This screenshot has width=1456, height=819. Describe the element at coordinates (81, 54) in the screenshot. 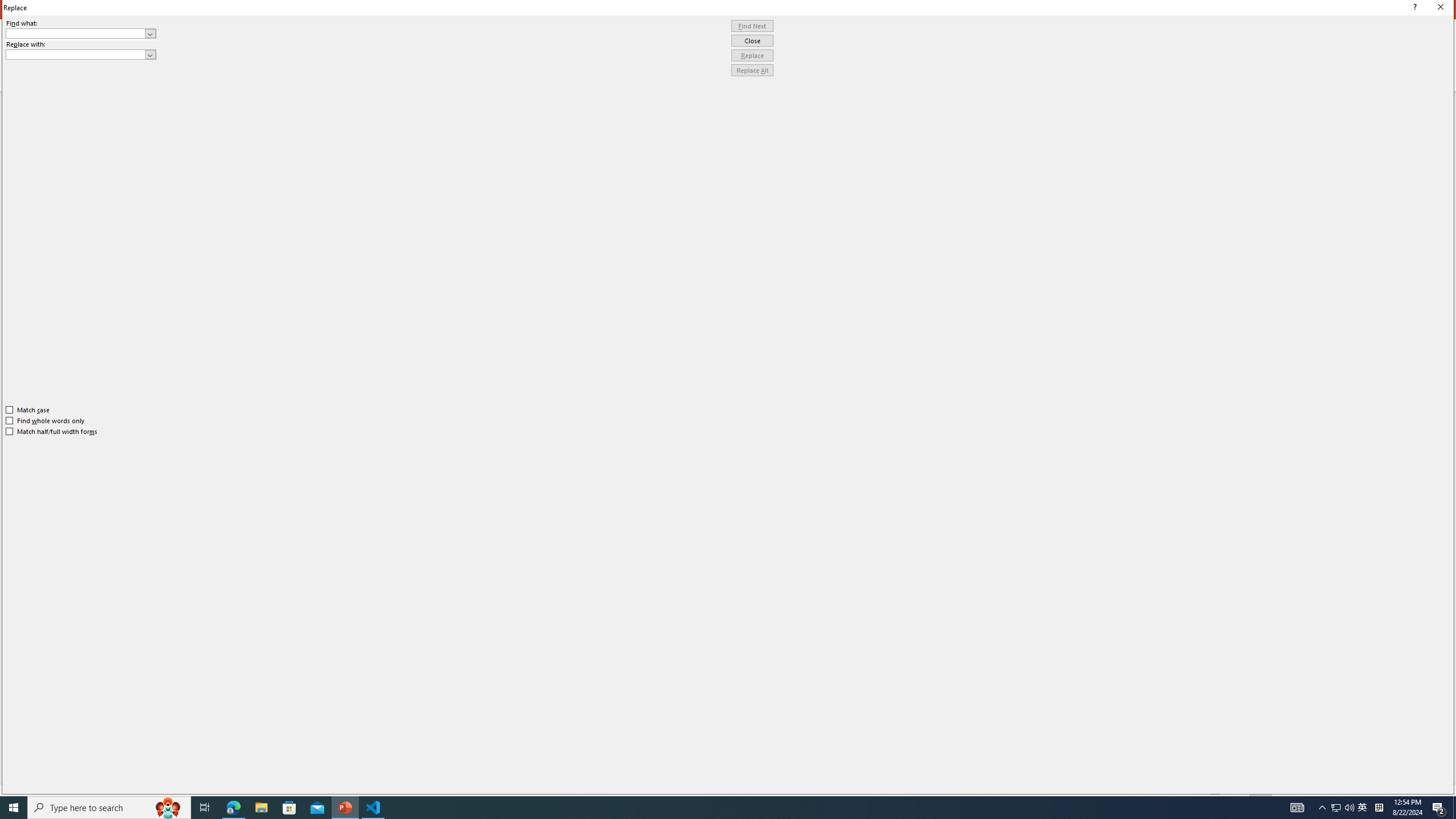

I see `'Replace with'` at that location.